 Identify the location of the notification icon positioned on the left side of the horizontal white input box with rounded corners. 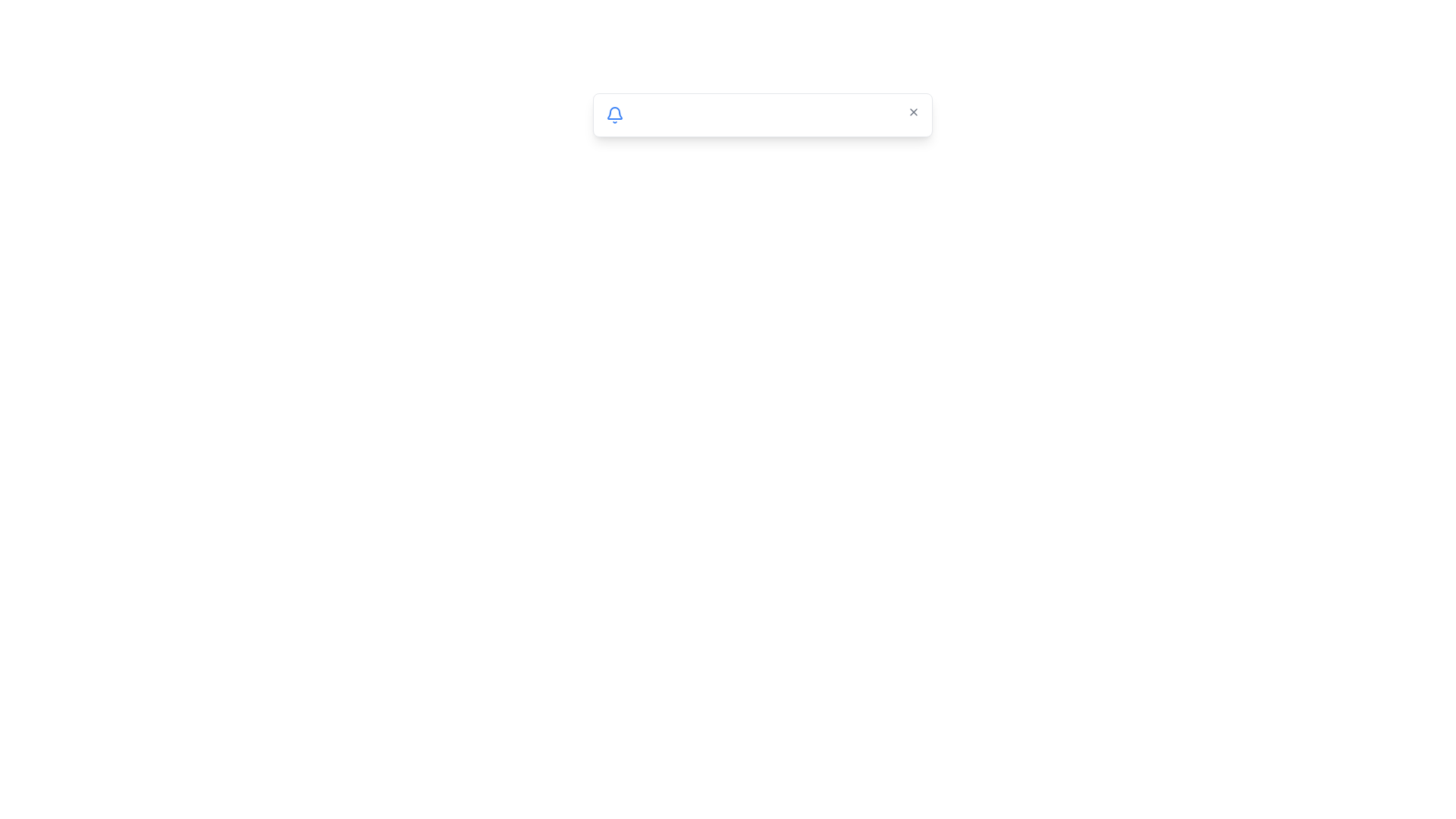
(615, 112).